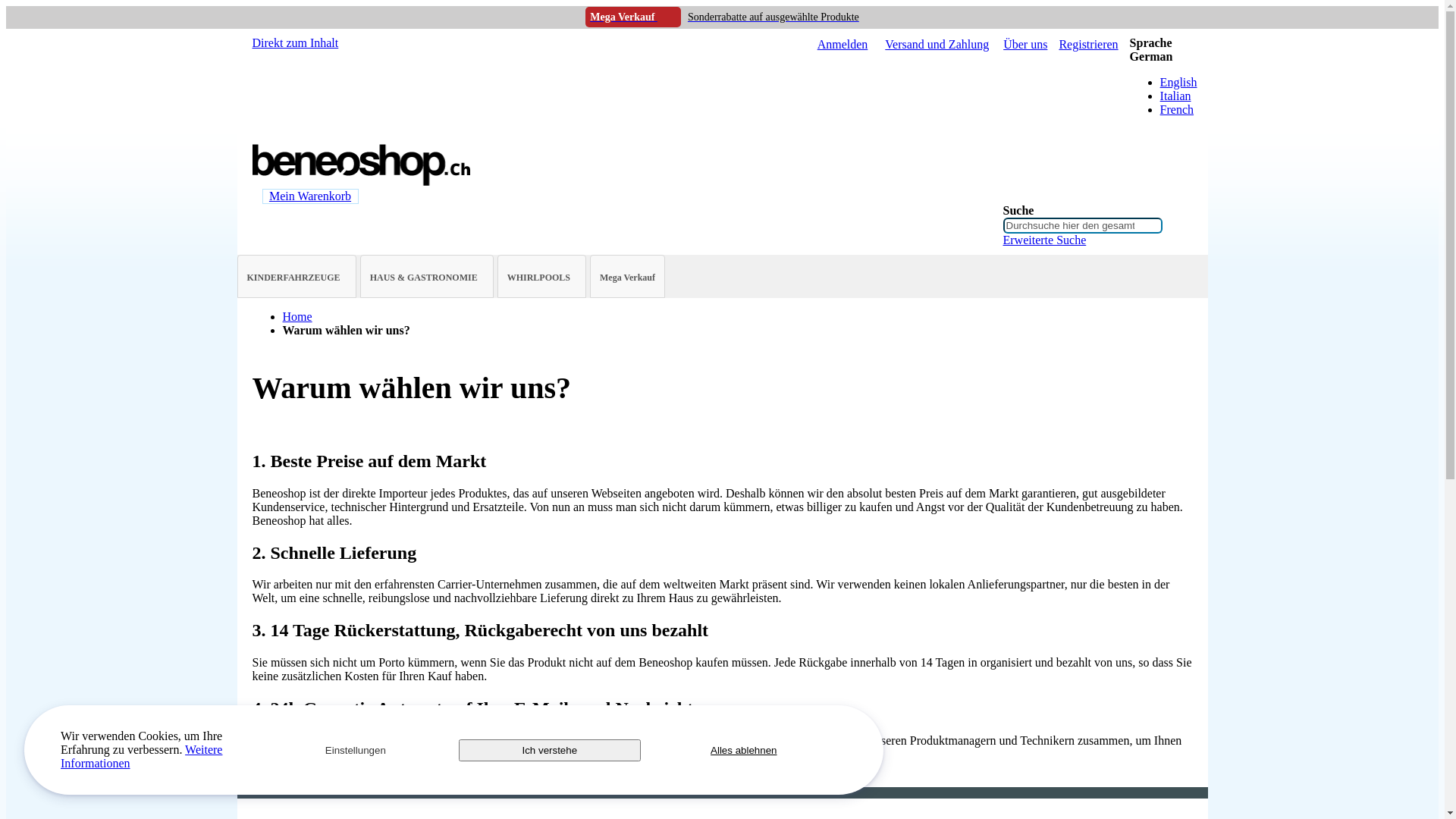 The width and height of the screenshot is (1456, 819). I want to click on 'French', so click(1175, 108).